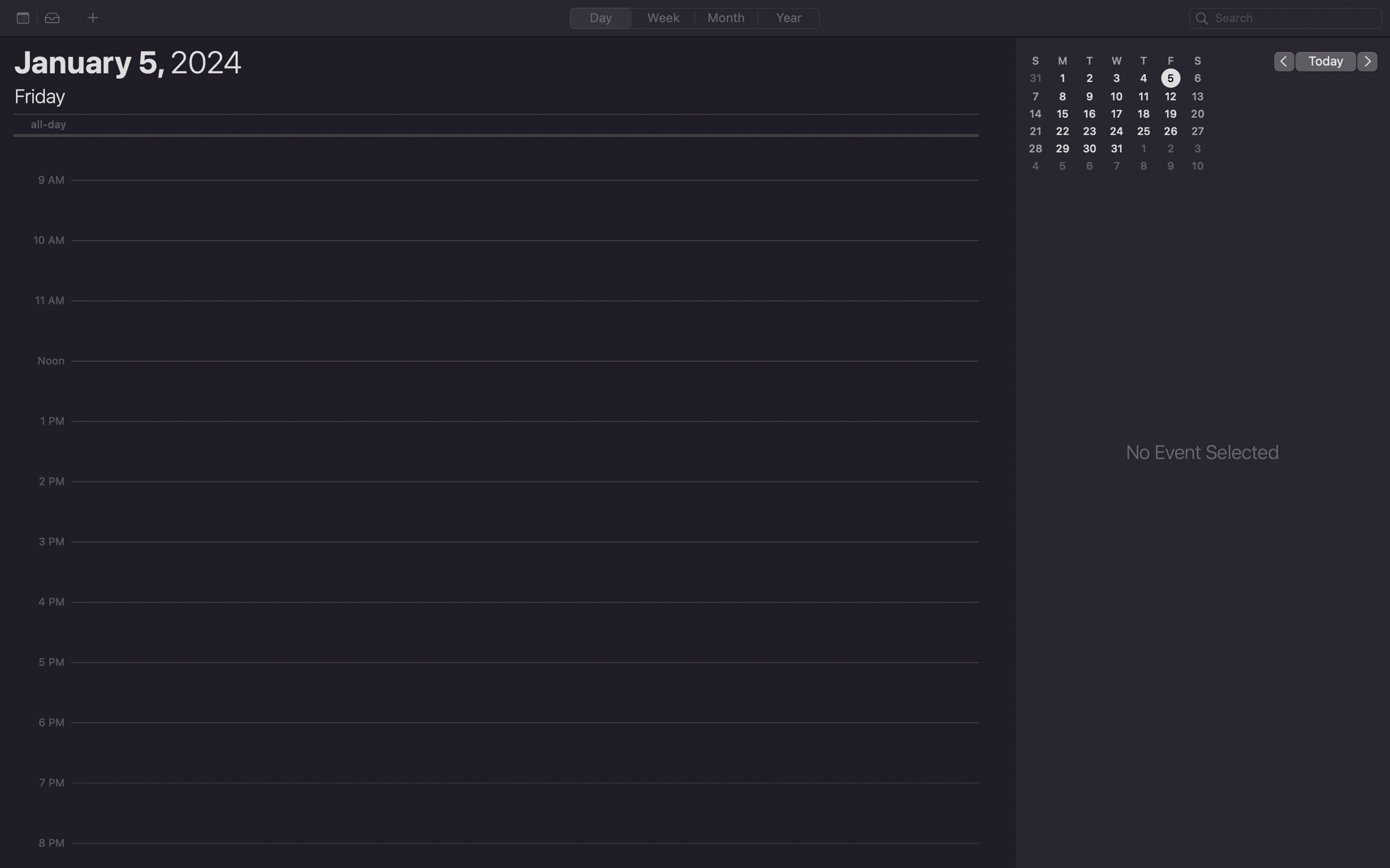 This screenshot has height=868, width=1390. What do you see at coordinates (1283, 60) in the screenshot?
I see `Switch to the previous day view in the calendar` at bounding box center [1283, 60].